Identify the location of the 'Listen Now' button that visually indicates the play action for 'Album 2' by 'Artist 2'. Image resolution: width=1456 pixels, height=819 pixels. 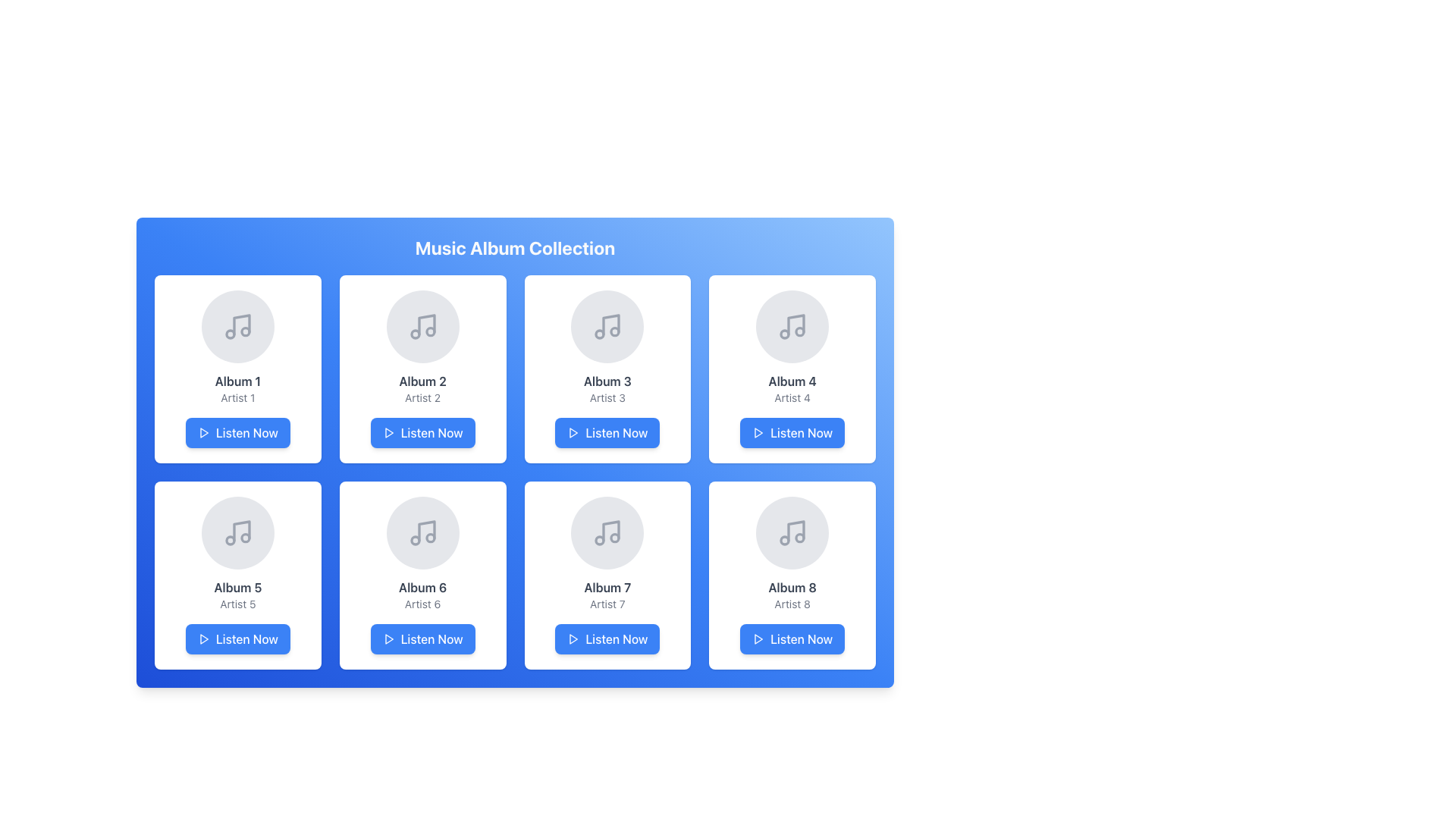
(388, 432).